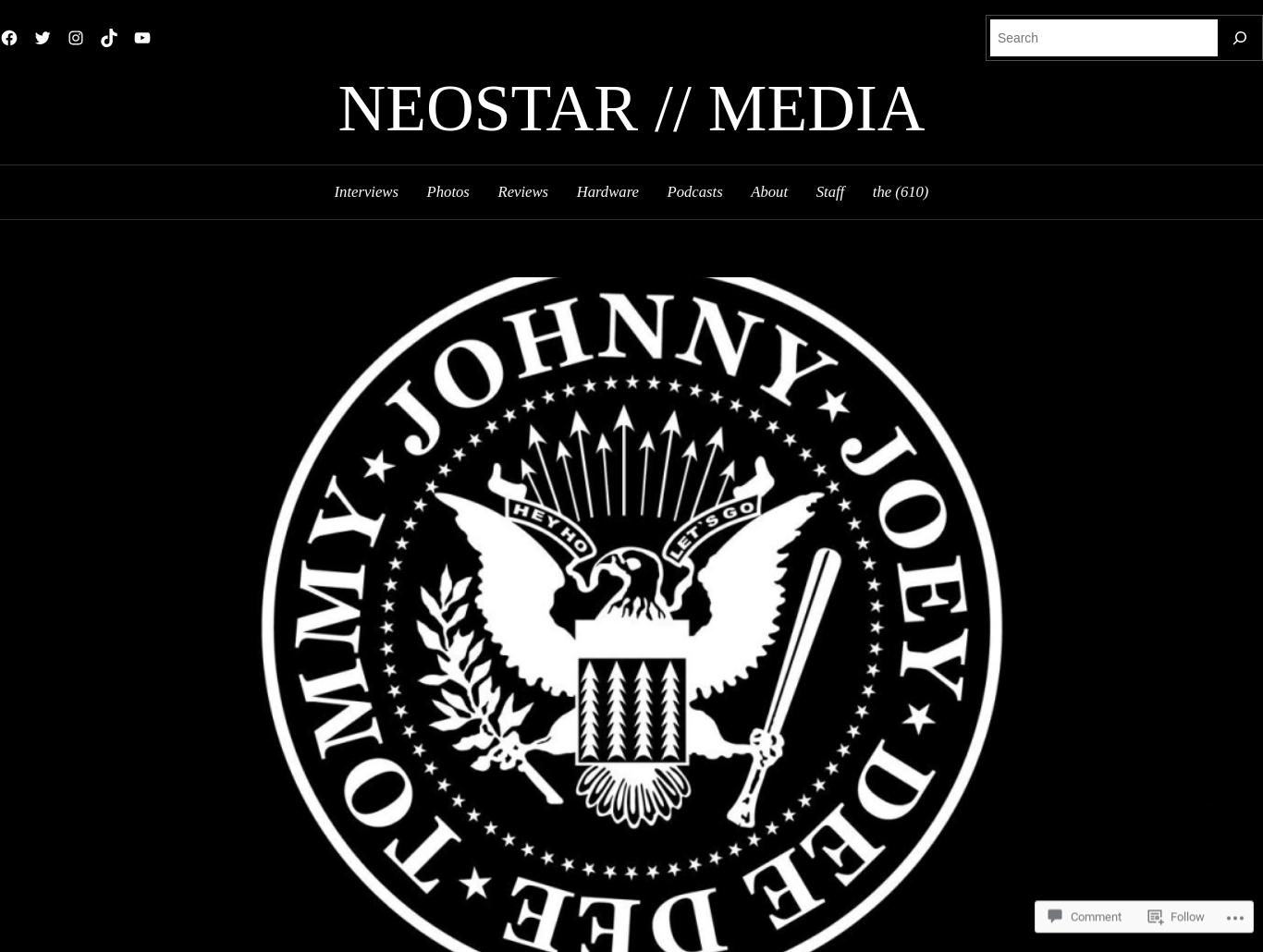 The height and width of the screenshot is (952, 1263). Describe the element at coordinates (630, 107) in the screenshot. I see `'neostar // media'` at that location.